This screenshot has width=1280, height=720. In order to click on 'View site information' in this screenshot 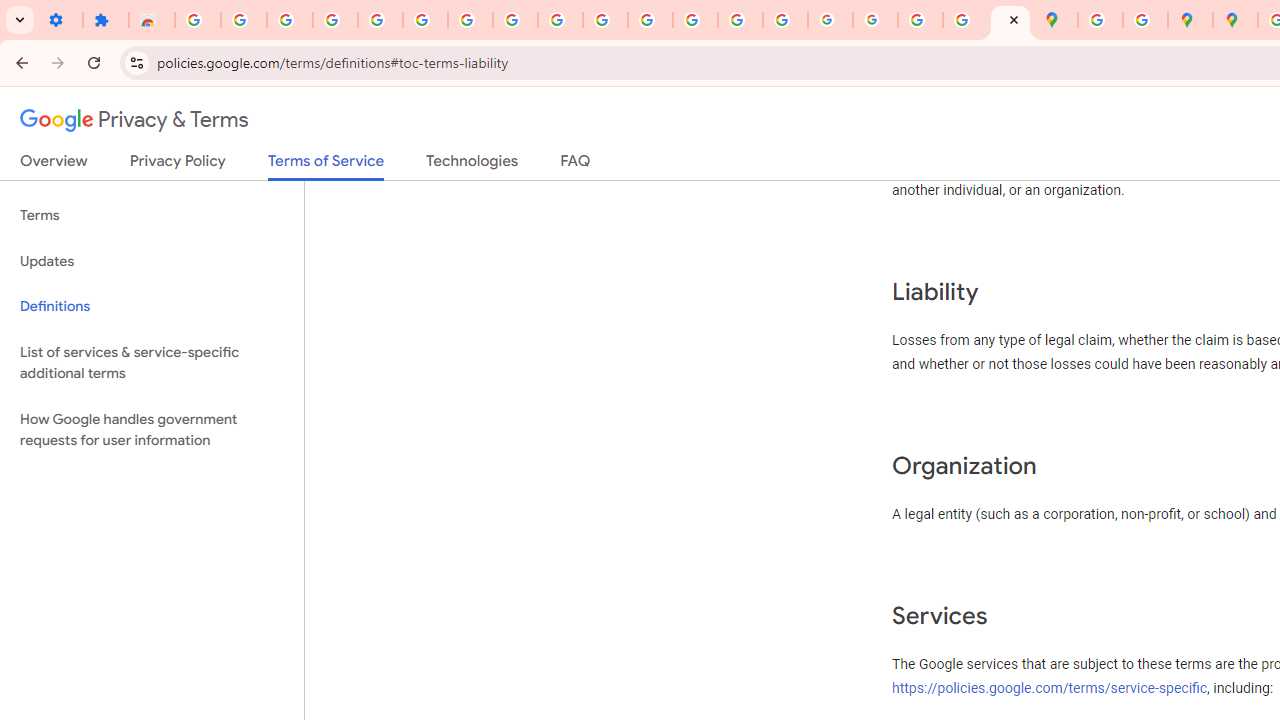, I will do `click(135, 61)`.